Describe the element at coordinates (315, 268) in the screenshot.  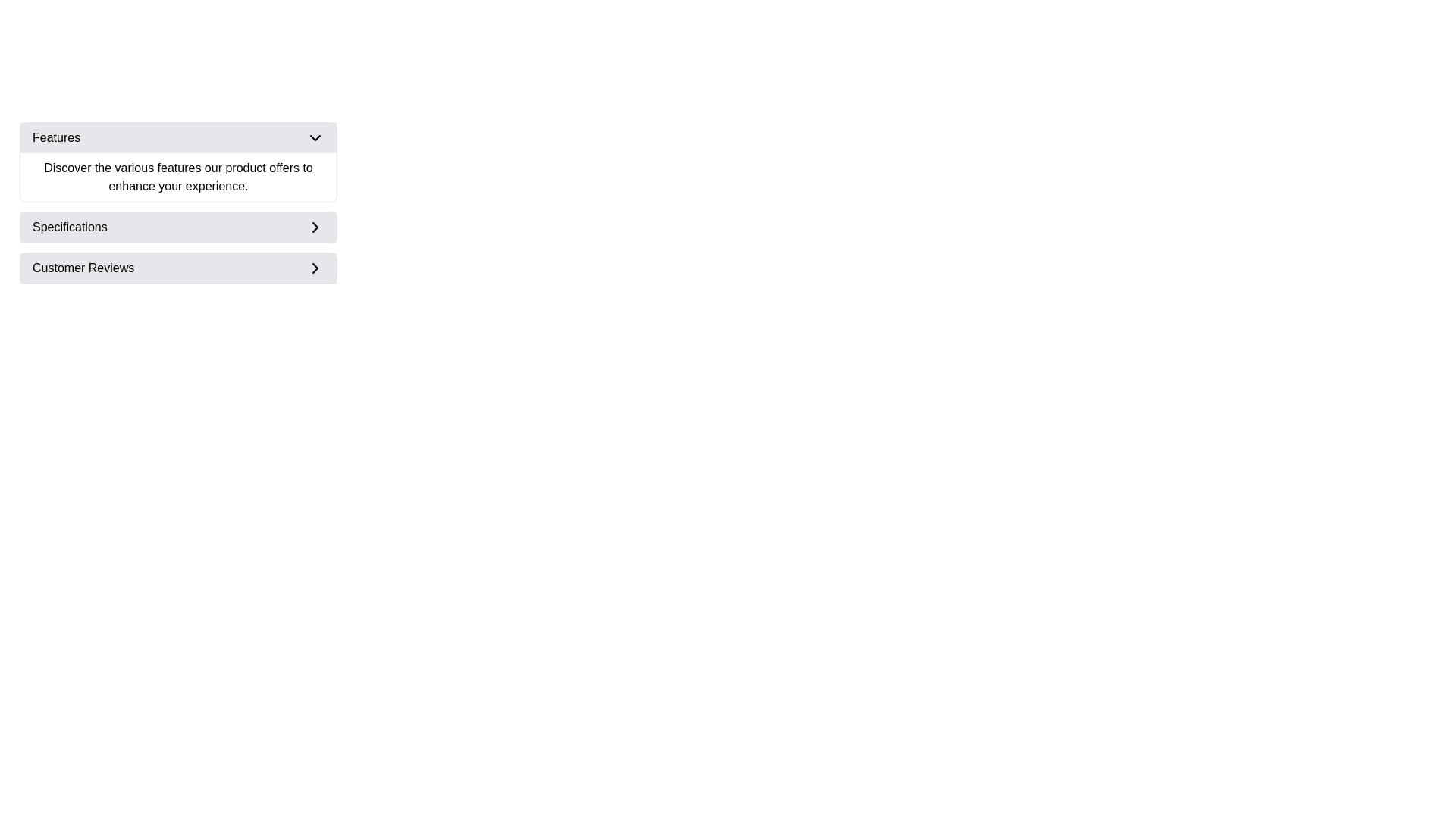
I see `the navigation icon located at the far right of the 'Customer Reviews' row` at that location.